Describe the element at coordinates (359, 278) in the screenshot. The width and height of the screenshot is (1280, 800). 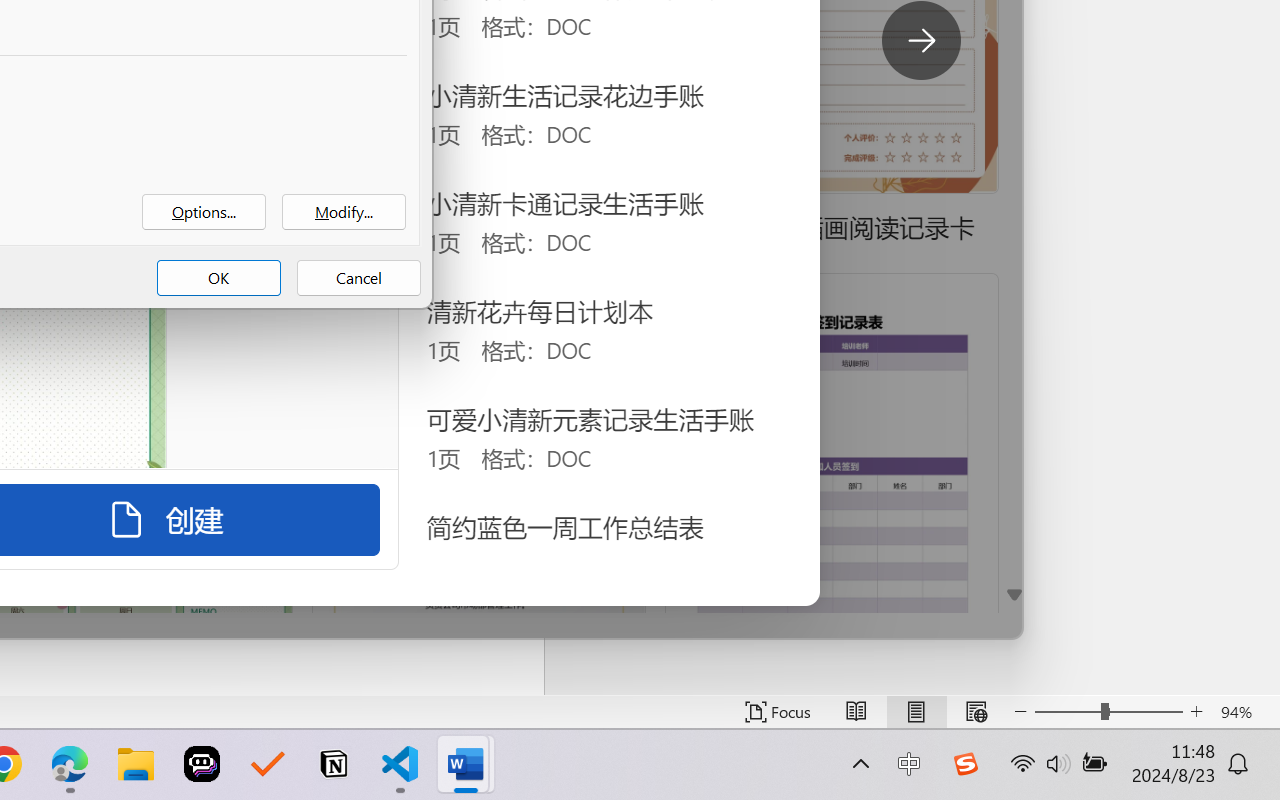
I see `'Cancel'` at that location.